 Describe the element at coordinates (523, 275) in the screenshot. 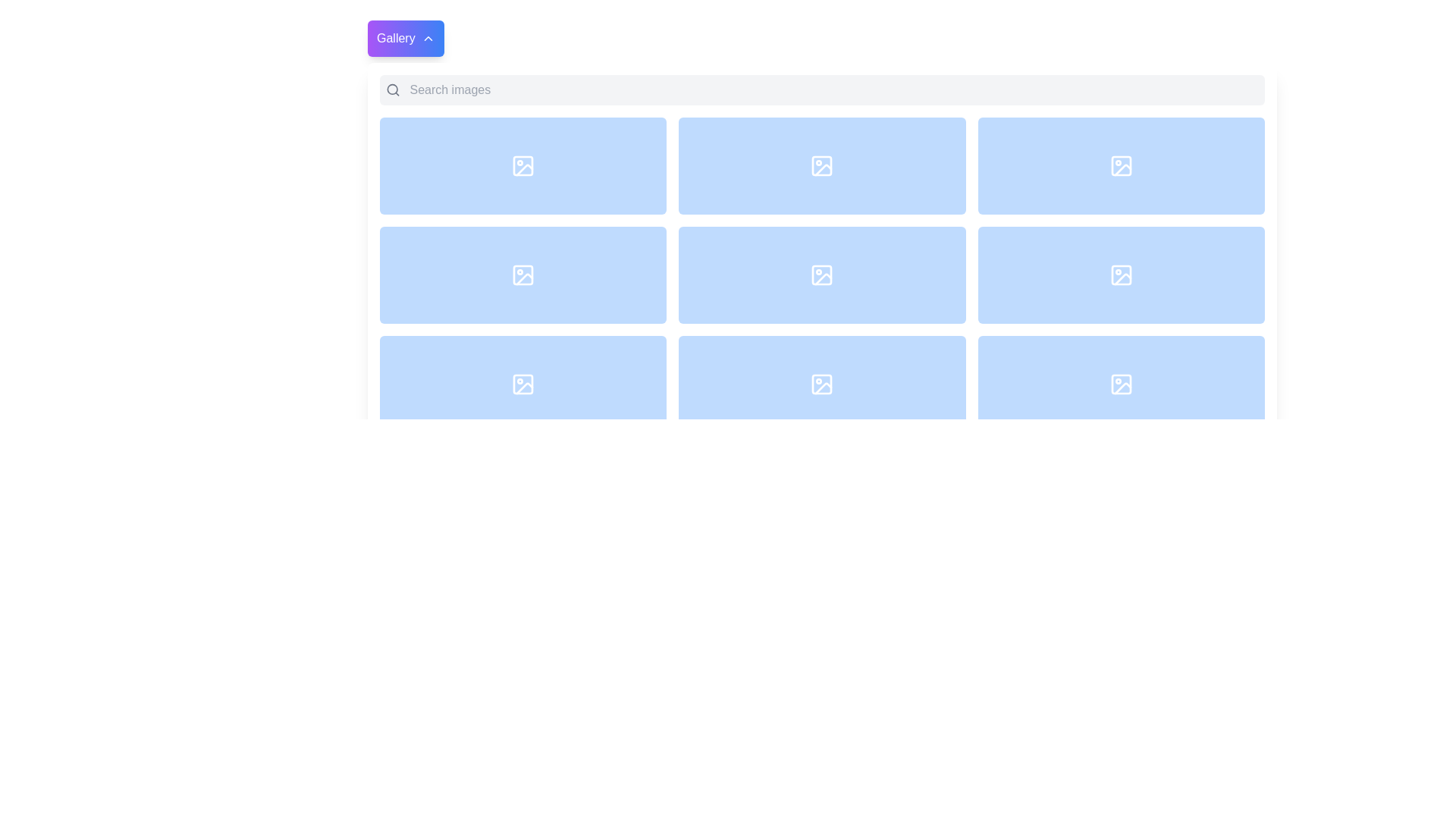

I see `the icon representing an image within the middle row of a grid layout, which serves as a graphical component or placeholder` at that location.